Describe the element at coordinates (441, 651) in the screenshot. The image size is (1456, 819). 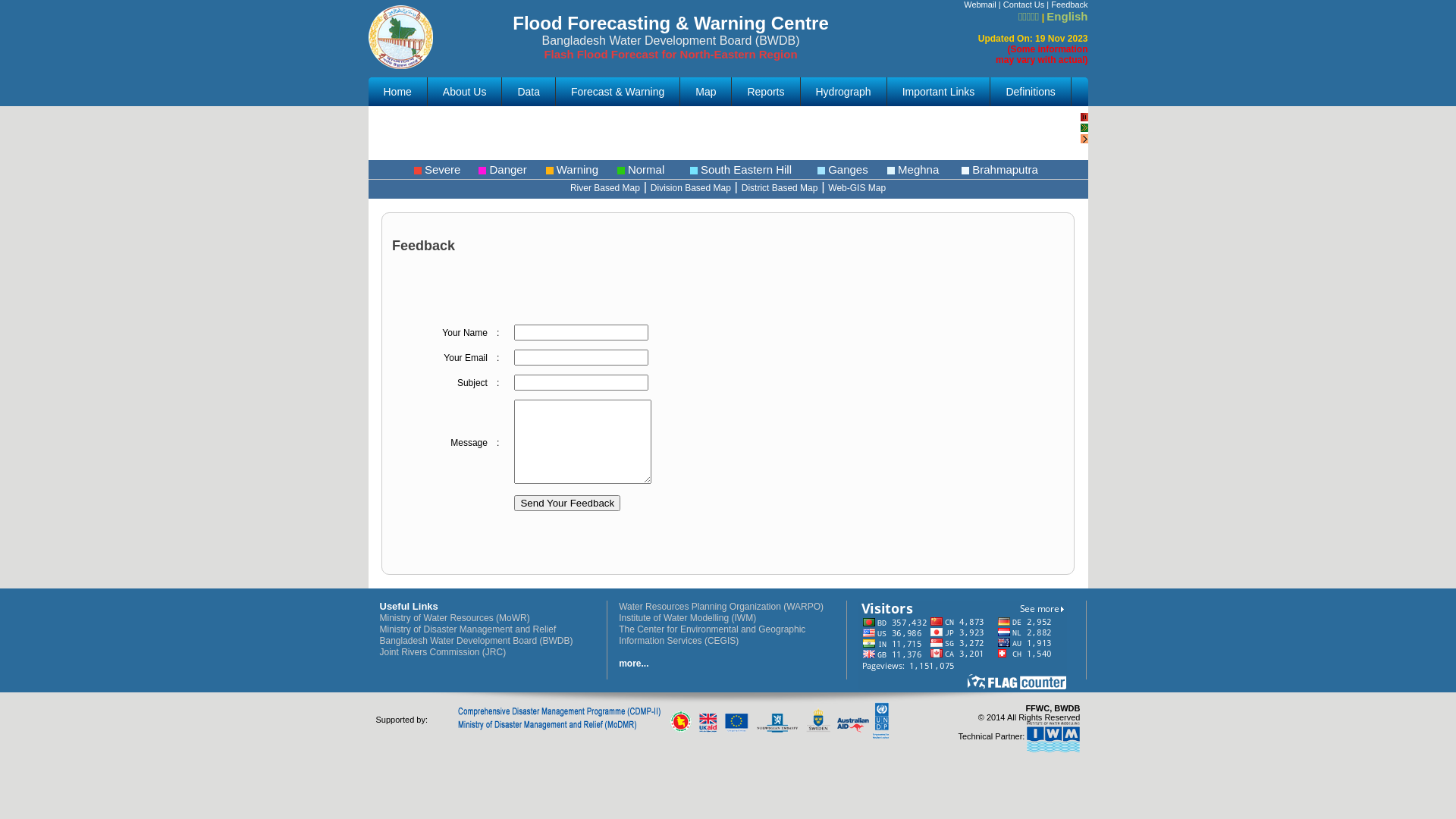
I see `'Joint Rivers Commission (JRC)'` at that location.